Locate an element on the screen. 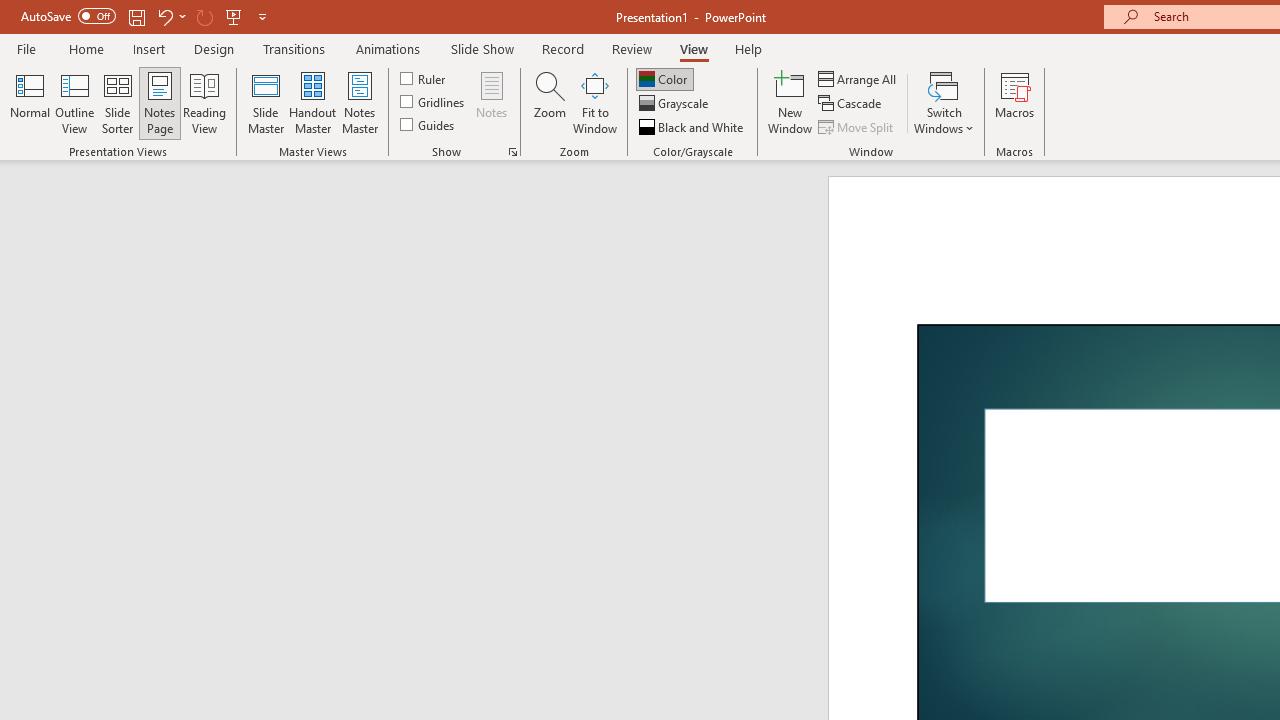  'Notes Master' is located at coordinates (360, 103).